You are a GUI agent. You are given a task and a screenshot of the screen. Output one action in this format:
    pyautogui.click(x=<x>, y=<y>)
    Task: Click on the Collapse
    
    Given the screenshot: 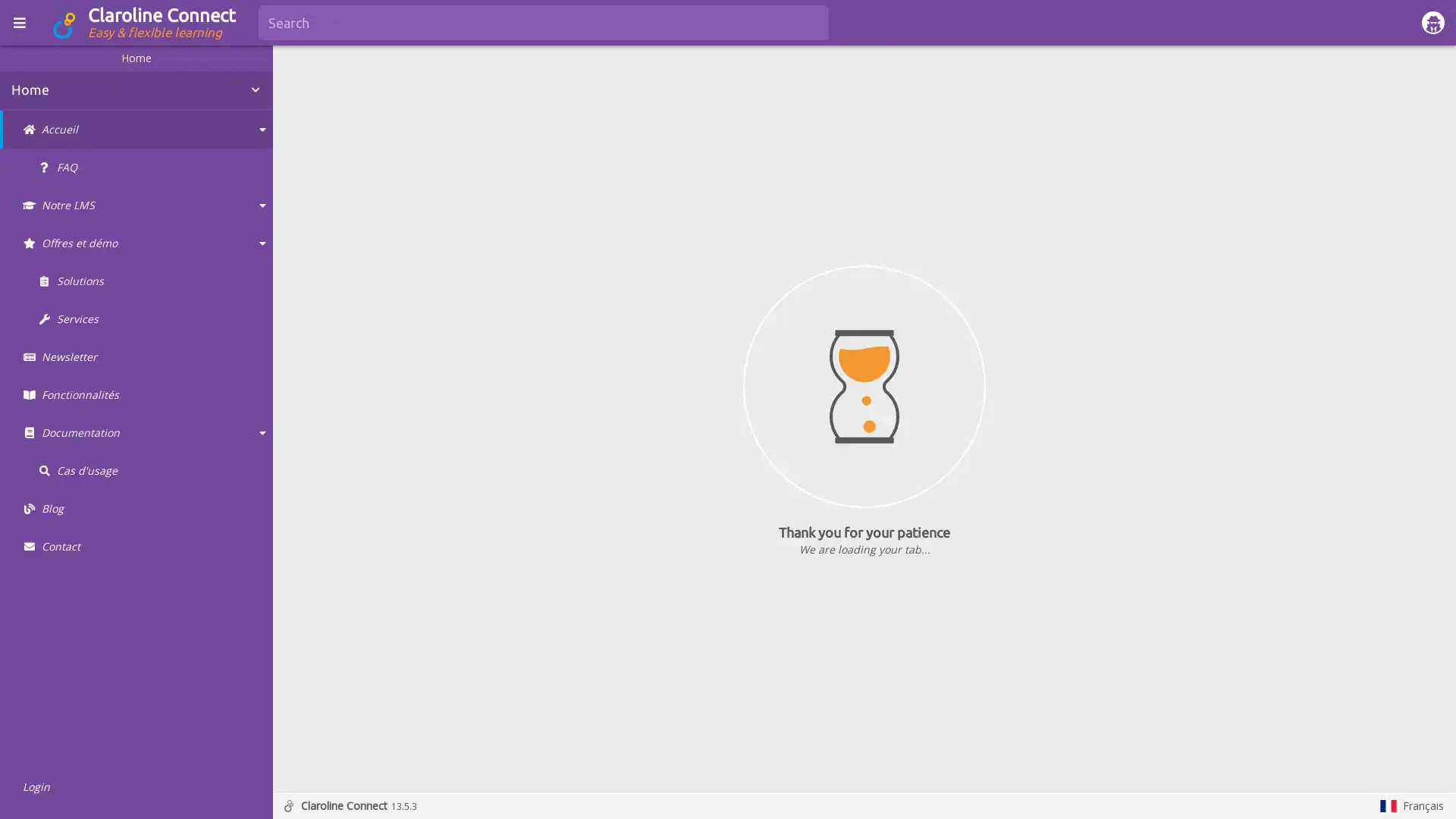 What is the action you would take?
    pyautogui.click(x=262, y=432)
    